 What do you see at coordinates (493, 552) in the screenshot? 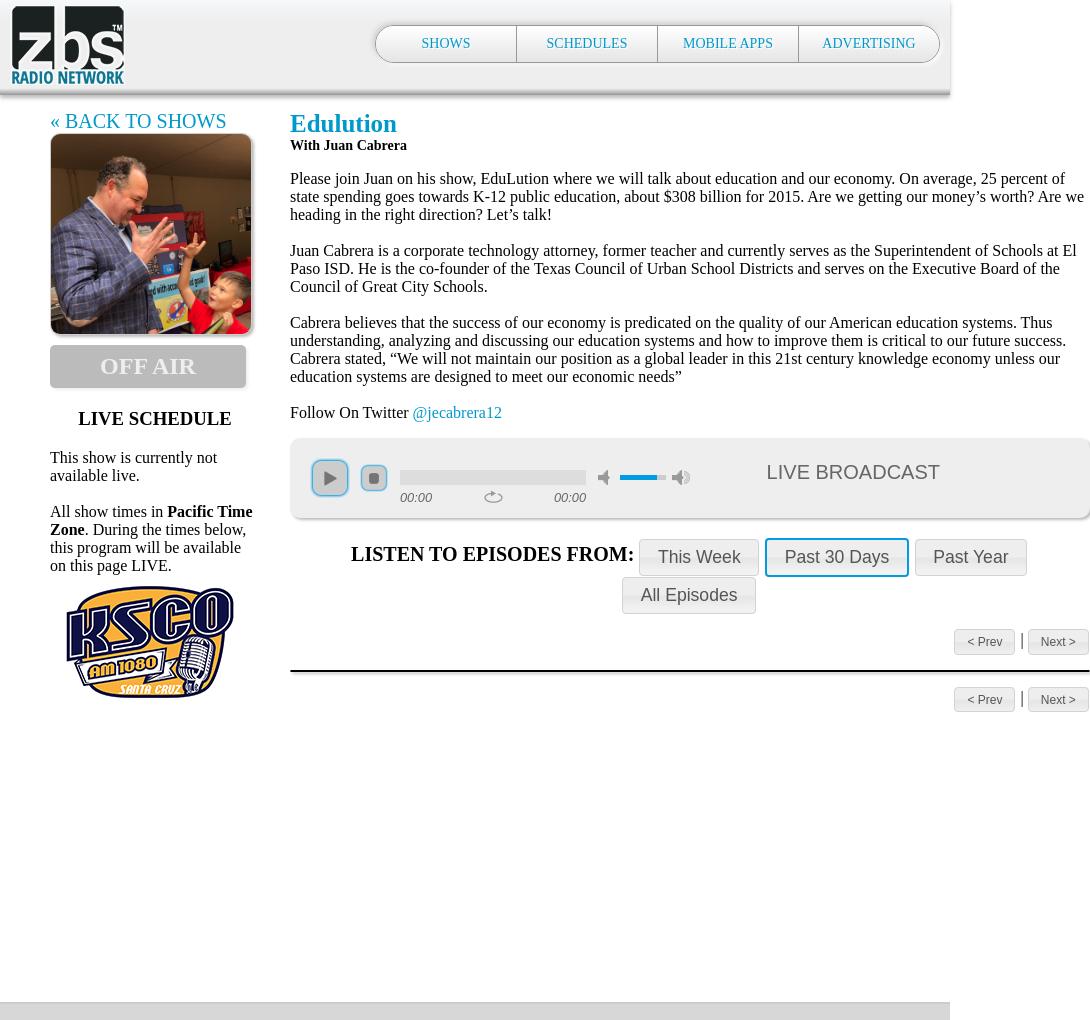
I see `'LISTEN TO EPISODES FROM:'` at bounding box center [493, 552].